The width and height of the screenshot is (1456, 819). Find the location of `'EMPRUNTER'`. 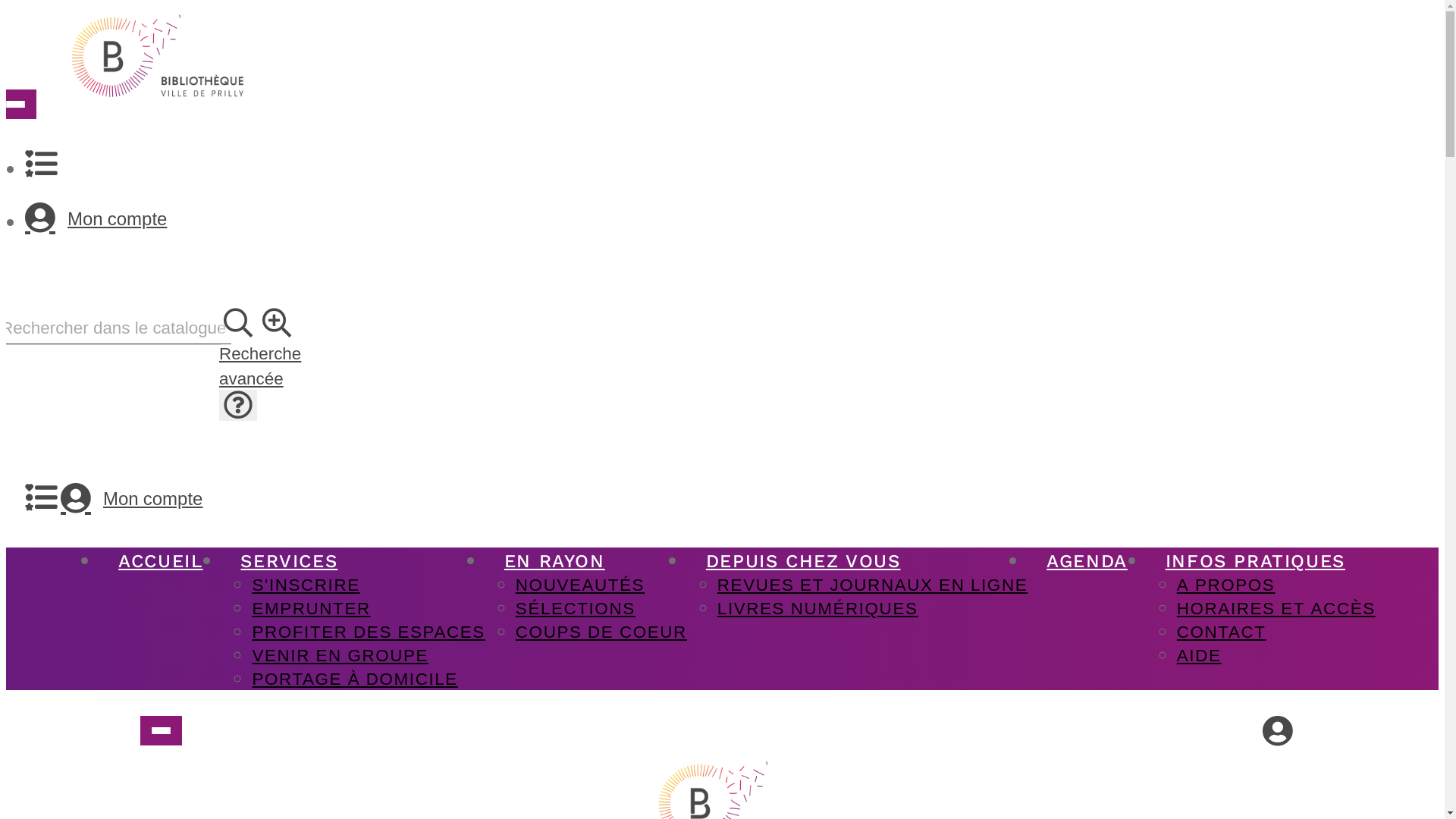

'EMPRUNTER' is located at coordinates (309, 607).